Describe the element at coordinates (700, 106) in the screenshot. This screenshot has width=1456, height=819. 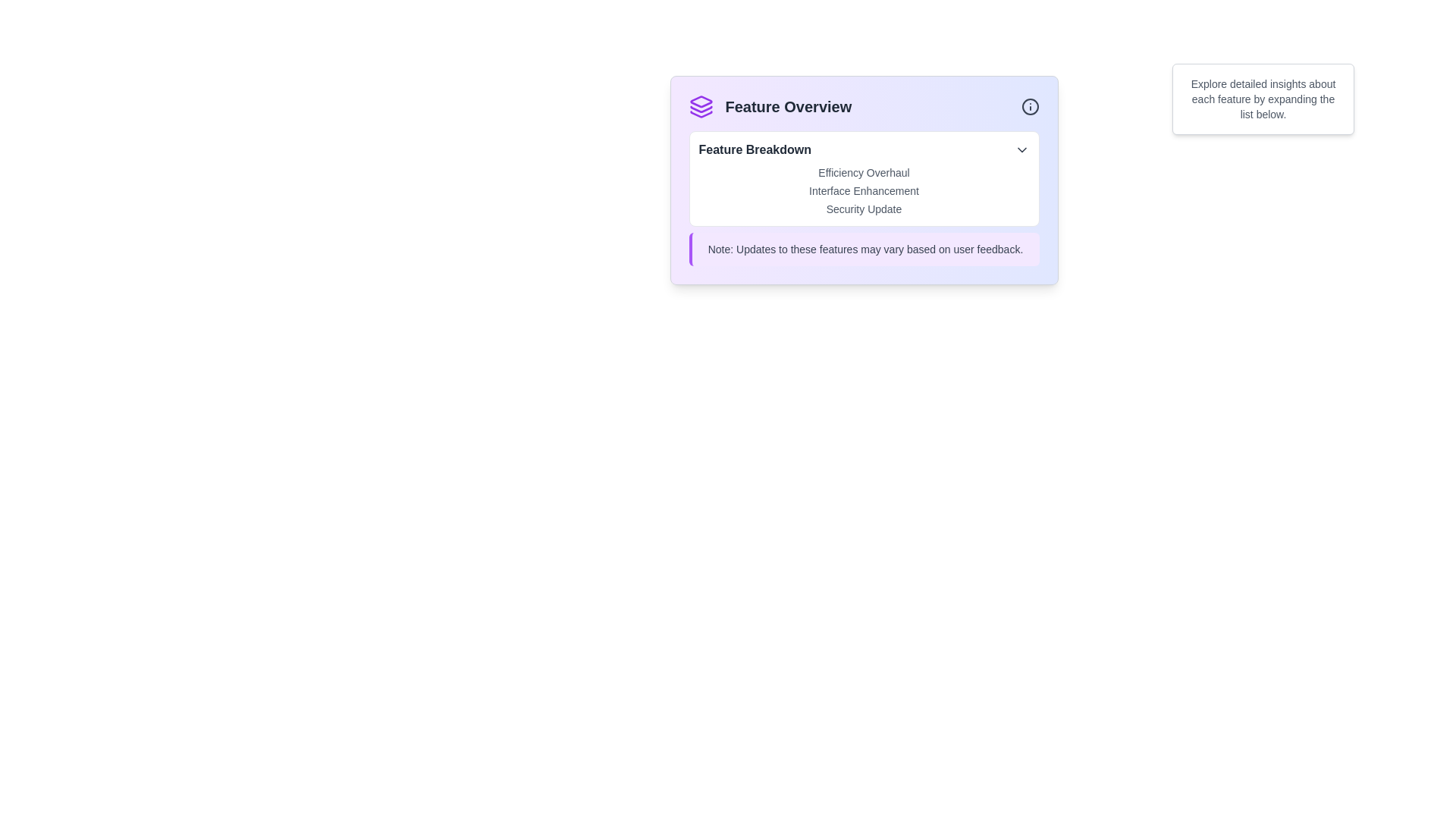
I see `the icon that serves as an identifier for the 'Feature Overview' section to interact with it` at that location.